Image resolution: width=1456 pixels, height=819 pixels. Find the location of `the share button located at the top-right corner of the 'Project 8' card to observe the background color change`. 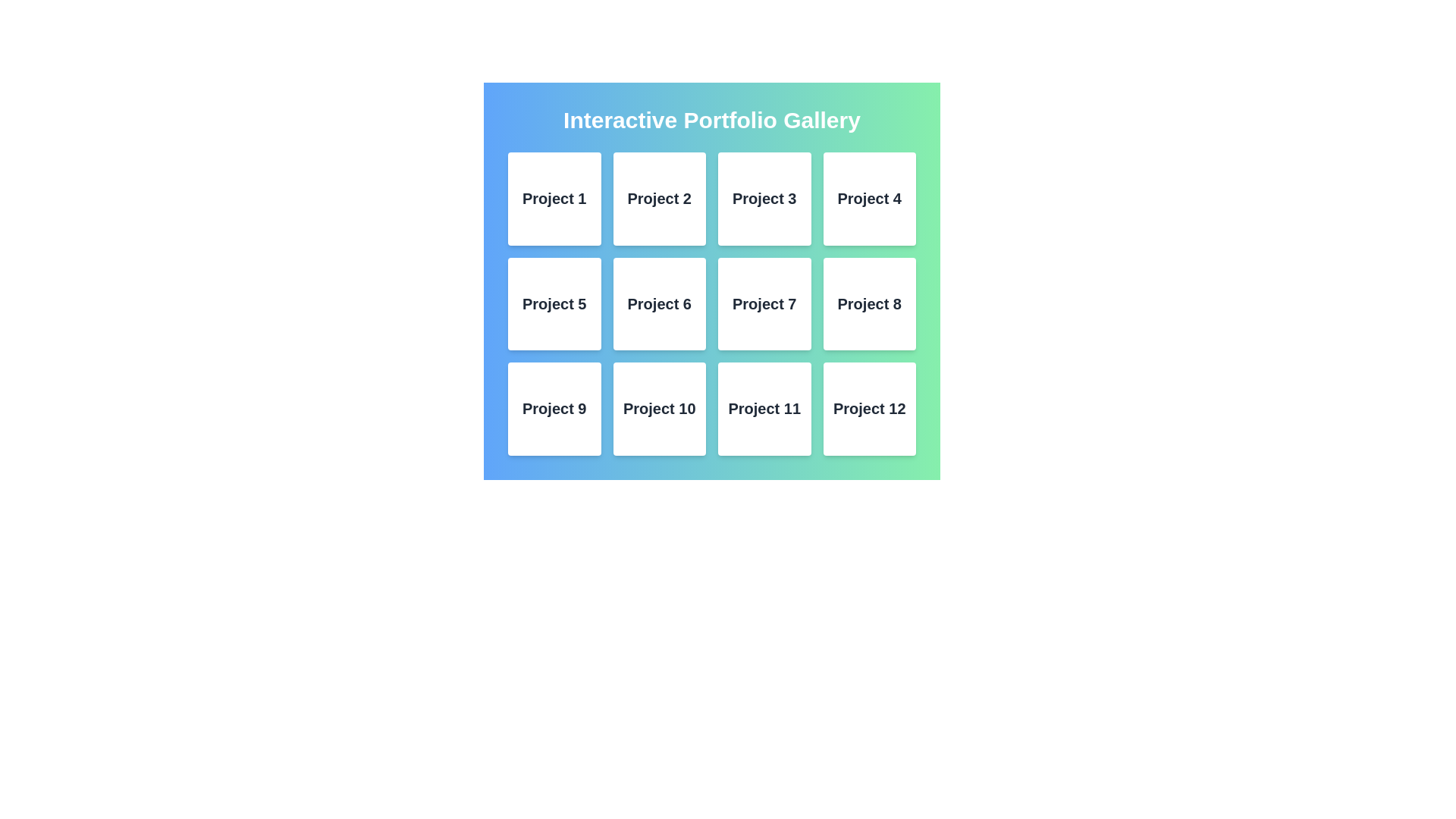

the share button located at the top-right corner of the 'Project 8' card to observe the background color change is located at coordinates (889, 303).